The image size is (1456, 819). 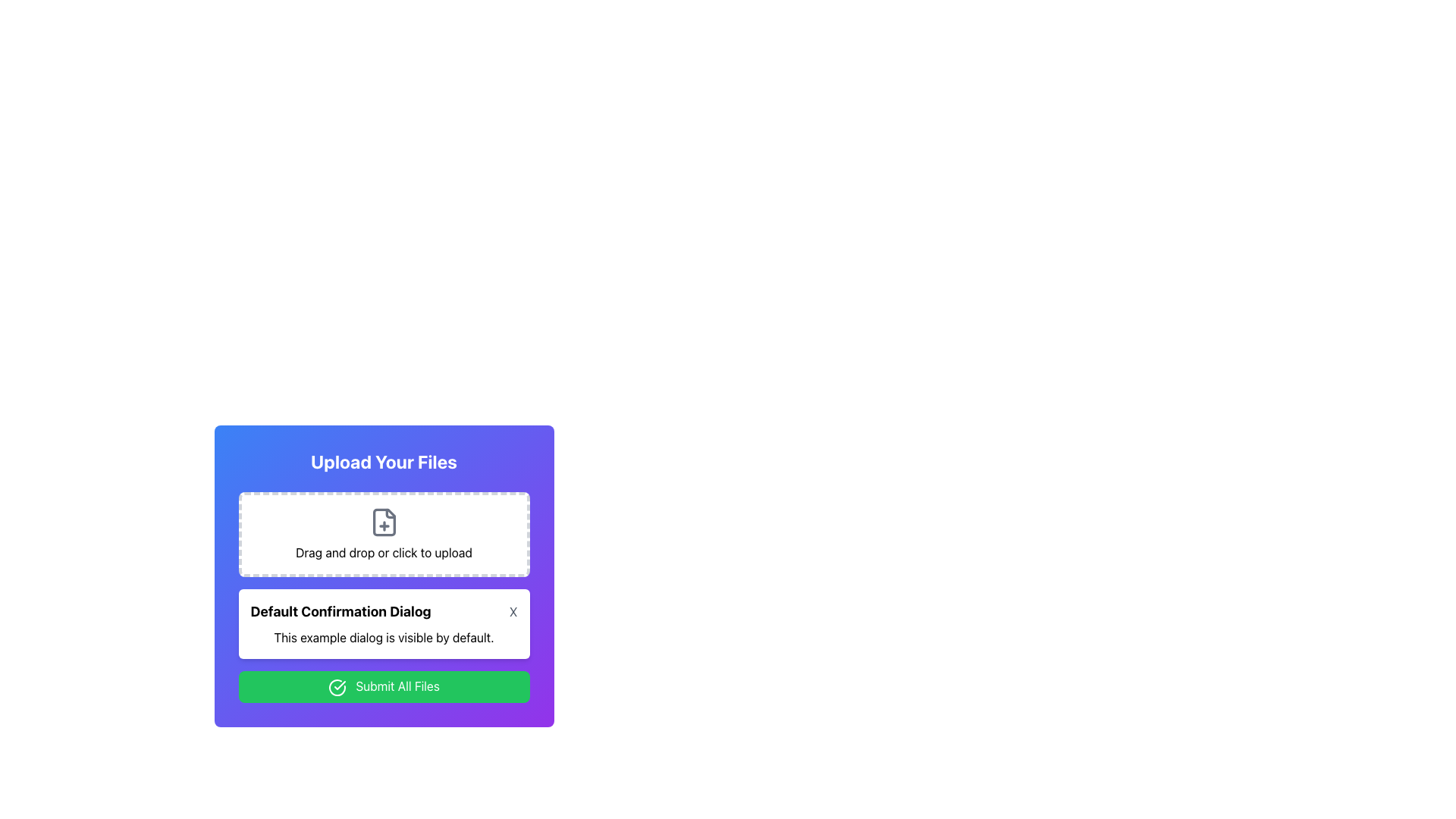 What do you see at coordinates (384, 534) in the screenshot?
I see `the interactive file upload area, which features a dashed border and a document icon with a plus sign` at bounding box center [384, 534].